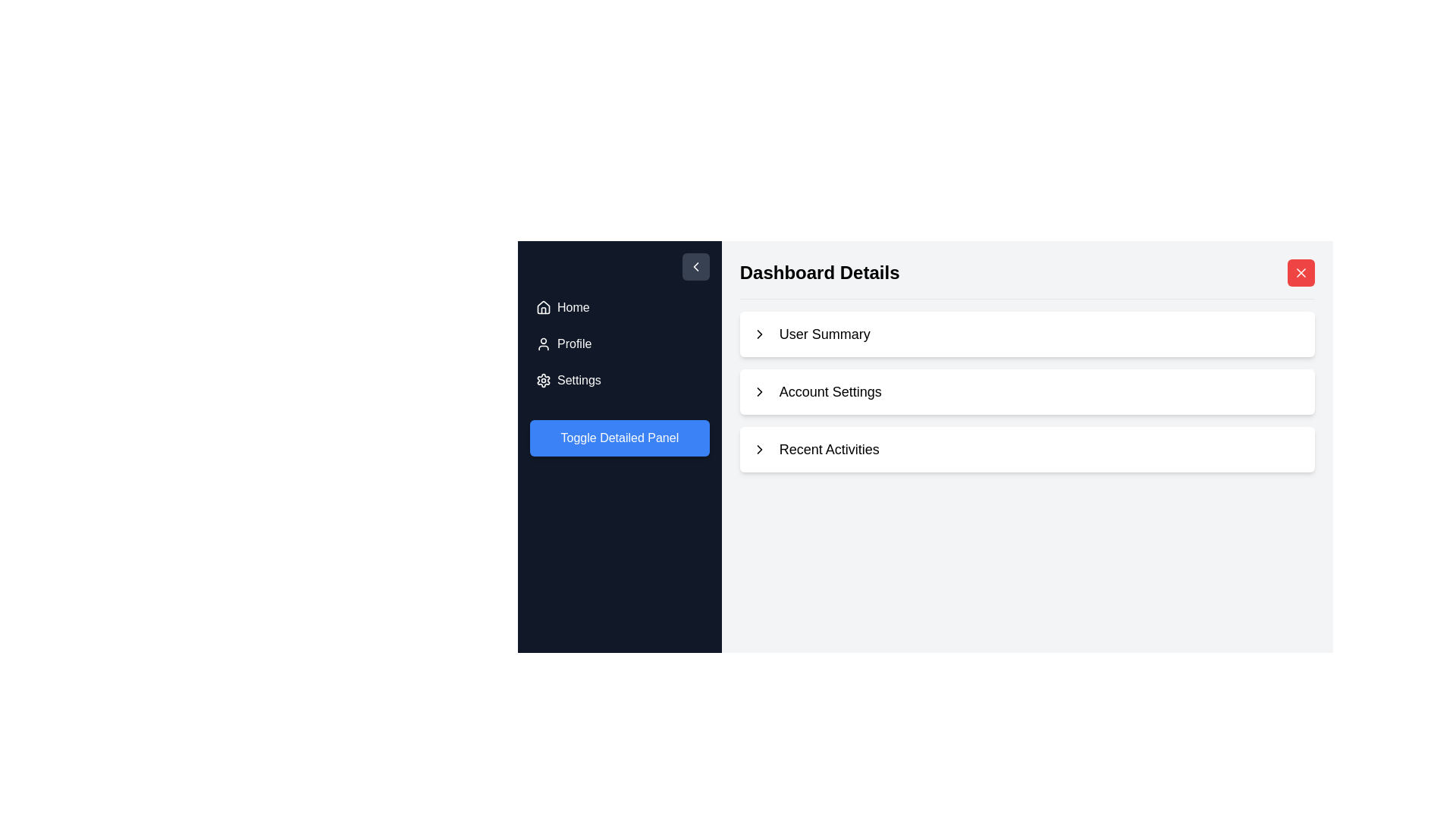  What do you see at coordinates (543, 379) in the screenshot?
I see `the cogwheel icon in the left sidebar, which is positioned below the 'Profile' icon and above the 'Toggle Detailed Panel' button` at bounding box center [543, 379].